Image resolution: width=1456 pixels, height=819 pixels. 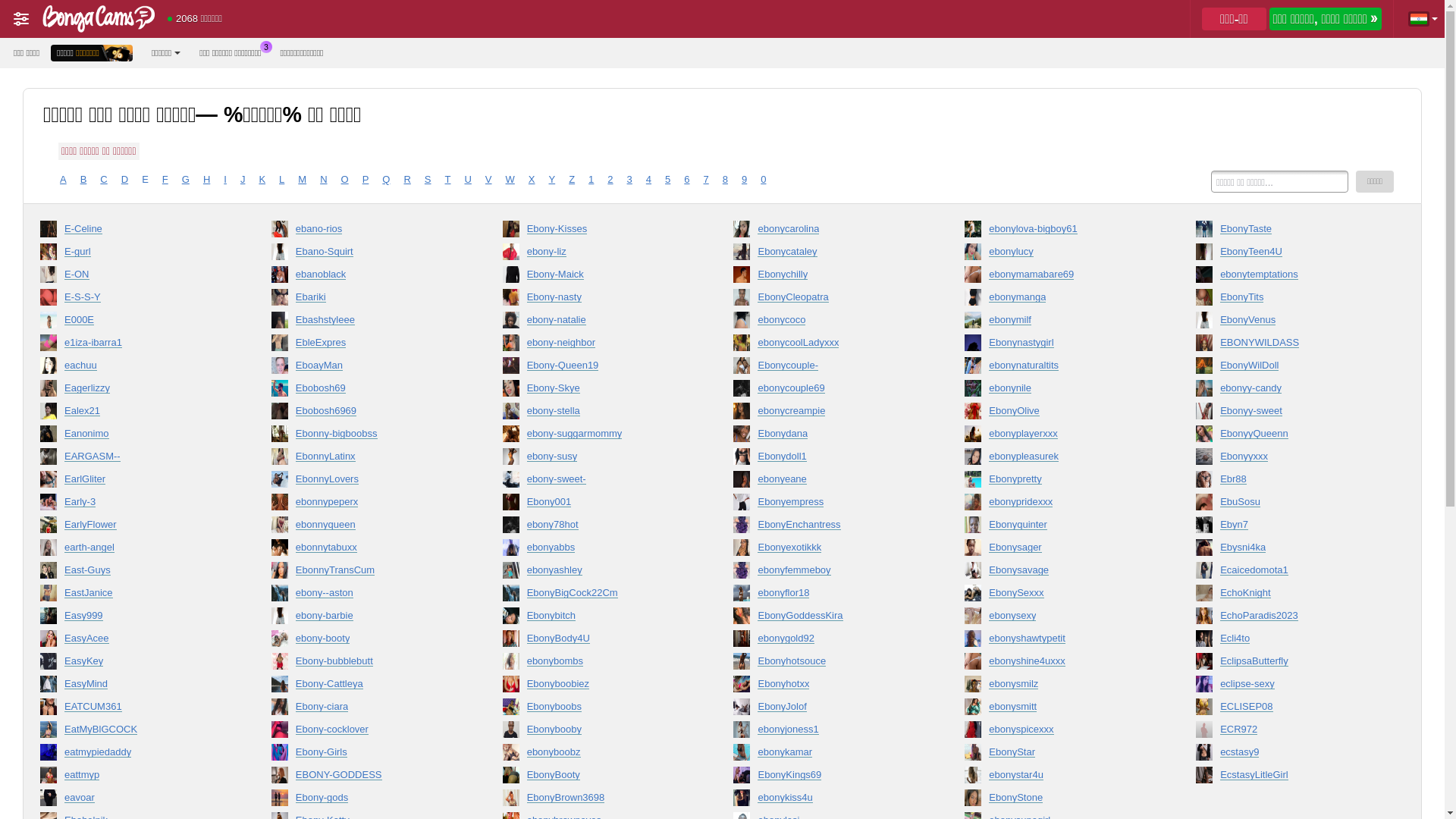 What do you see at coordinates (1058, 800) in the screenshot?
I see `'EbonyStone'` at bounding box center [1058, 800].